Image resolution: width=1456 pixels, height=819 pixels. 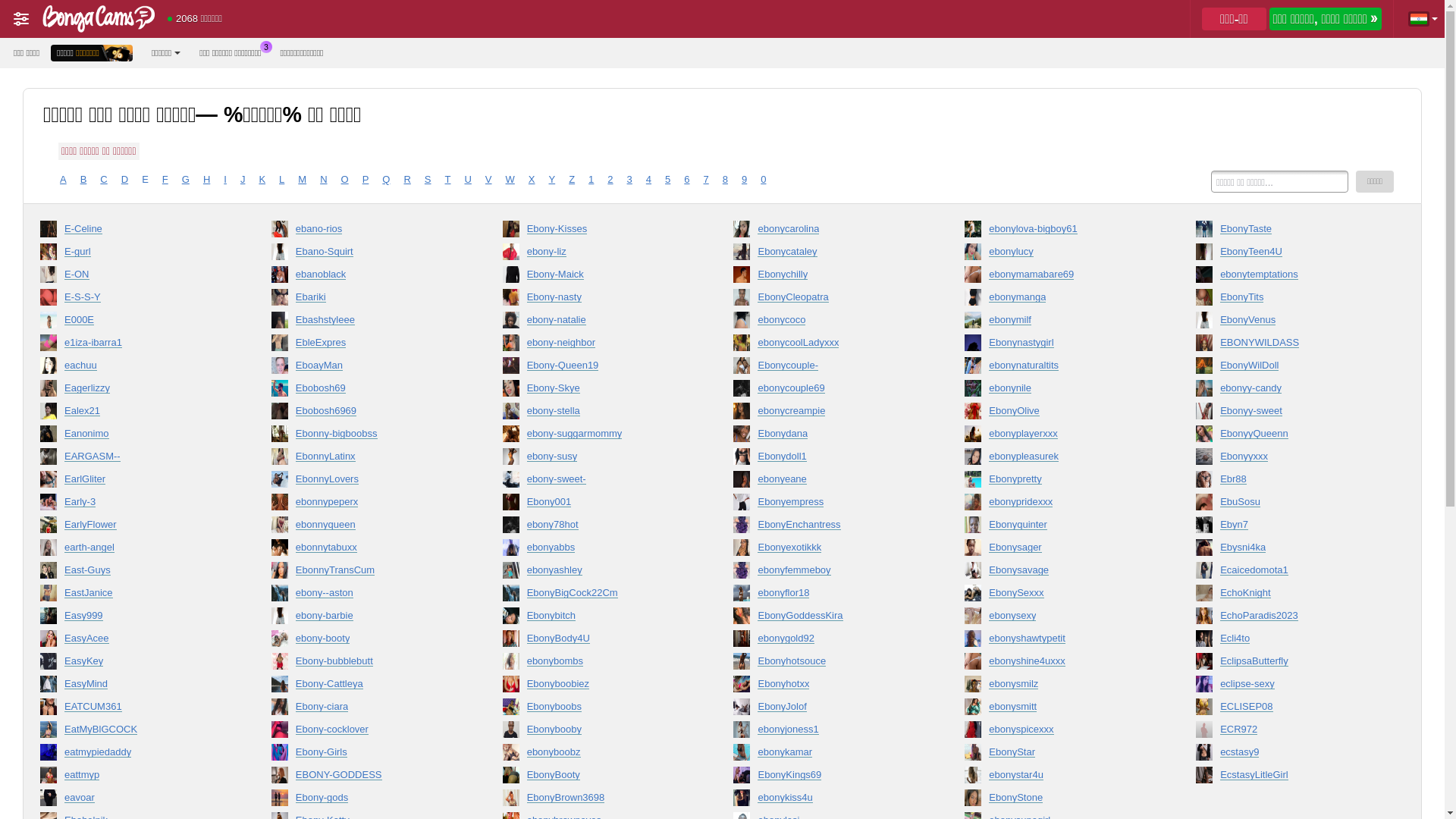 What do you see at coordinates (1058, 800) in the screenshot?
I see `'EbonyStone'` at bounding box center [1058, 800].